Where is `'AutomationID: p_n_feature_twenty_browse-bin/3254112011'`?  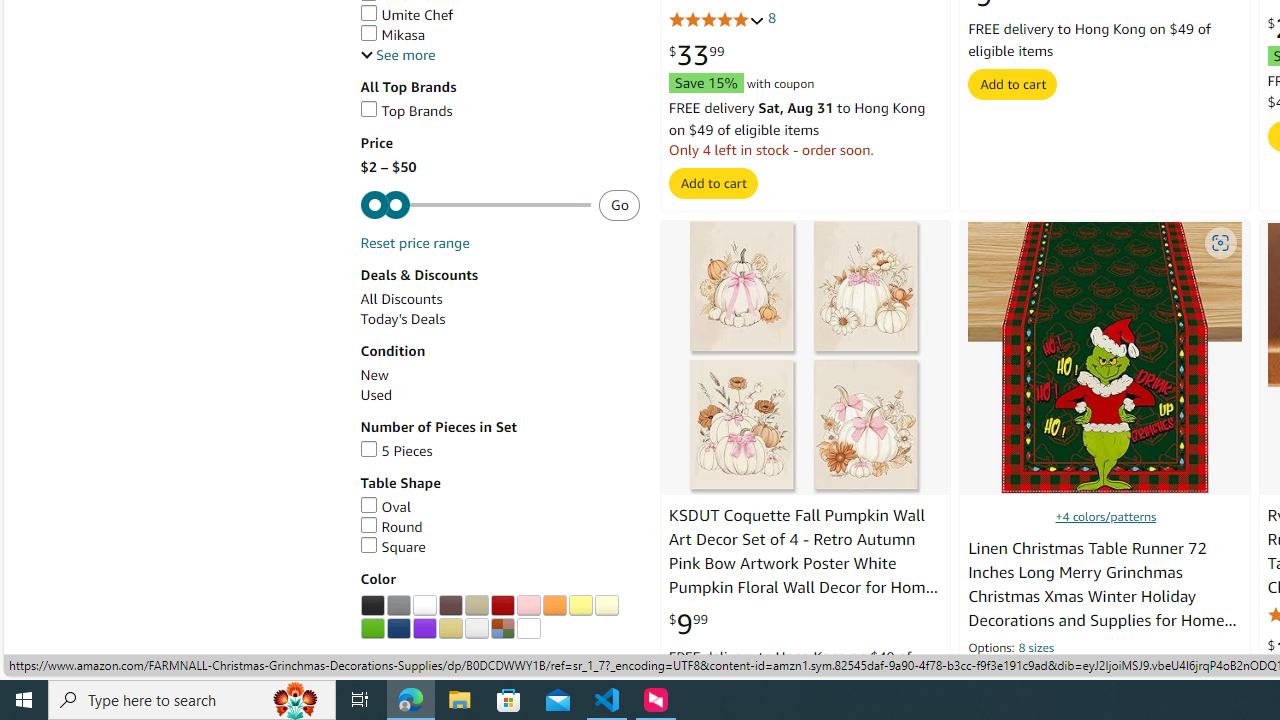 'AutomationID: p_n_feature_twenty_browse-bin/3254112011' is located at coordinates (475, 627).